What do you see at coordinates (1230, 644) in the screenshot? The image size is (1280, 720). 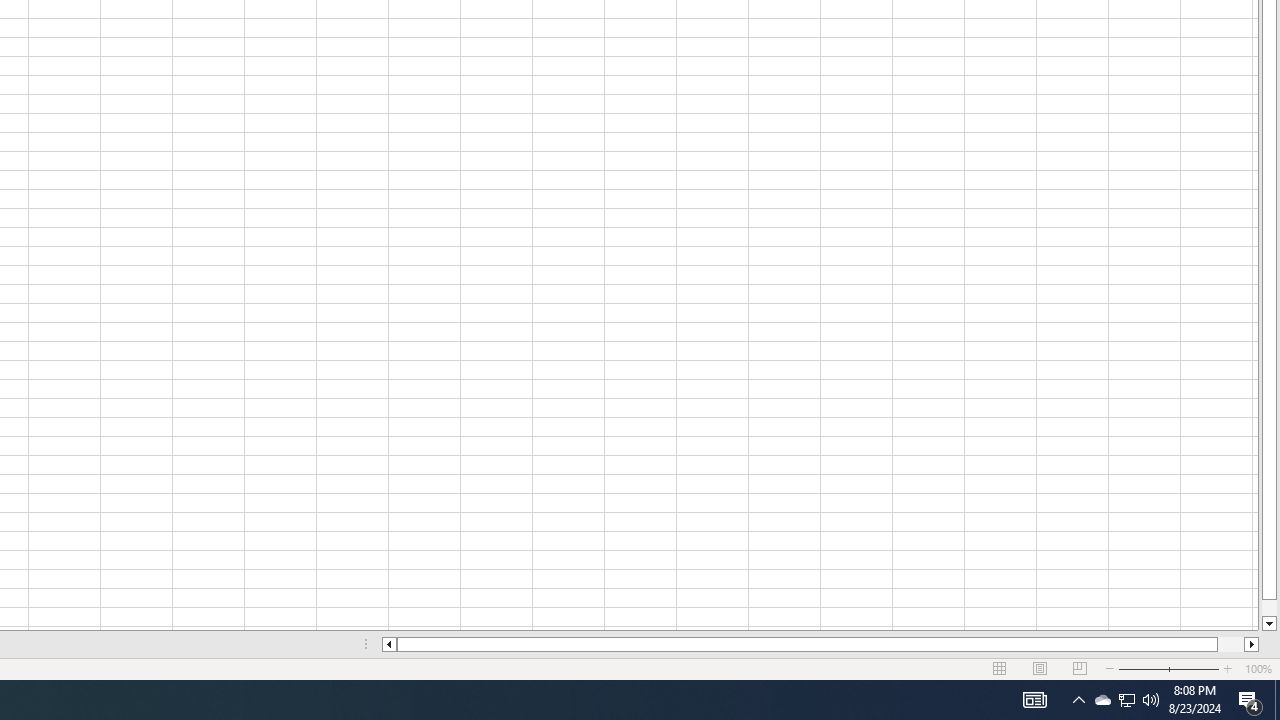 I see `'Page right'` at bounding box center [1230, 644].